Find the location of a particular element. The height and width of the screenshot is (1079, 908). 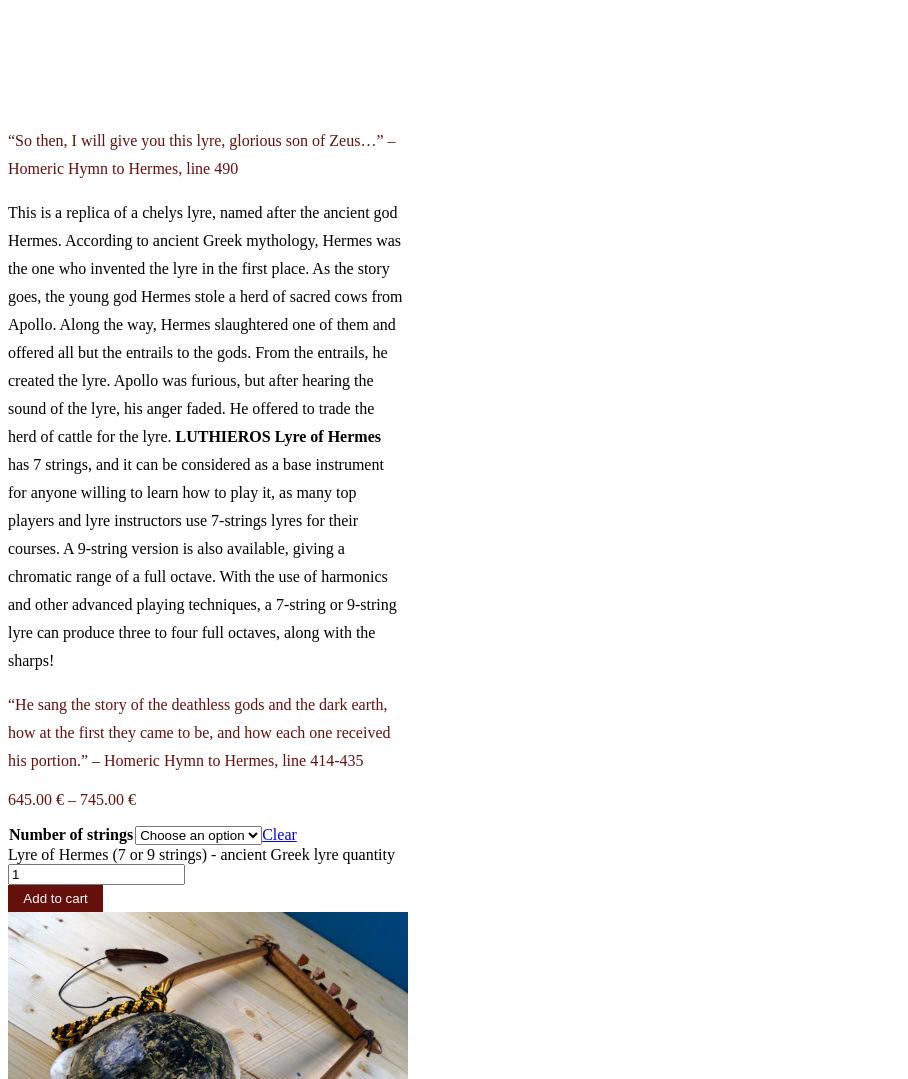

'Clear' is located at coordinates (279, 833).